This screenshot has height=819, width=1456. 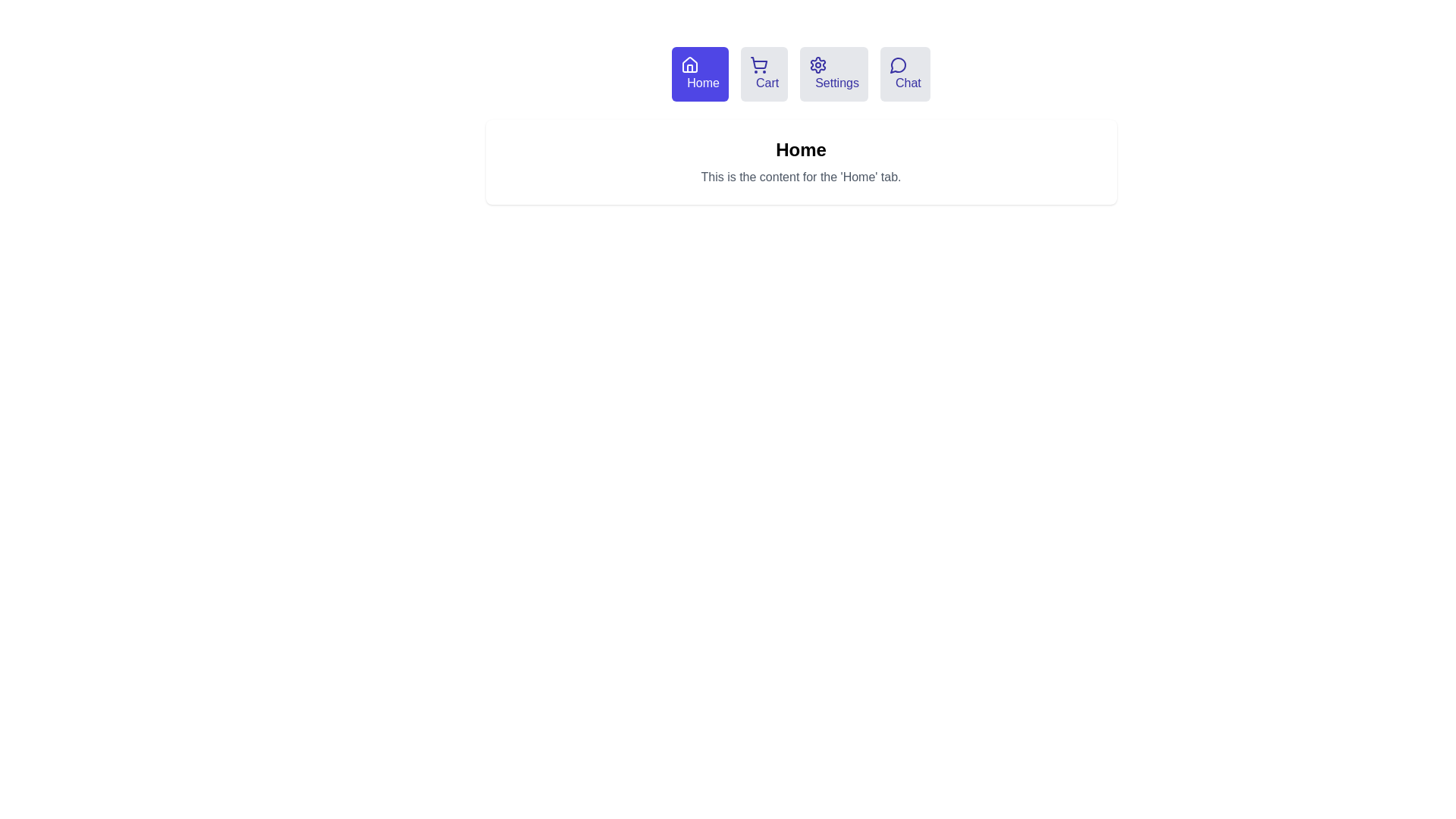 What do you see at coordinates (833, 74) in the screenshot?
I see `the tab labeled Settings to observe its visual changes` at bounding box center [833, 74].